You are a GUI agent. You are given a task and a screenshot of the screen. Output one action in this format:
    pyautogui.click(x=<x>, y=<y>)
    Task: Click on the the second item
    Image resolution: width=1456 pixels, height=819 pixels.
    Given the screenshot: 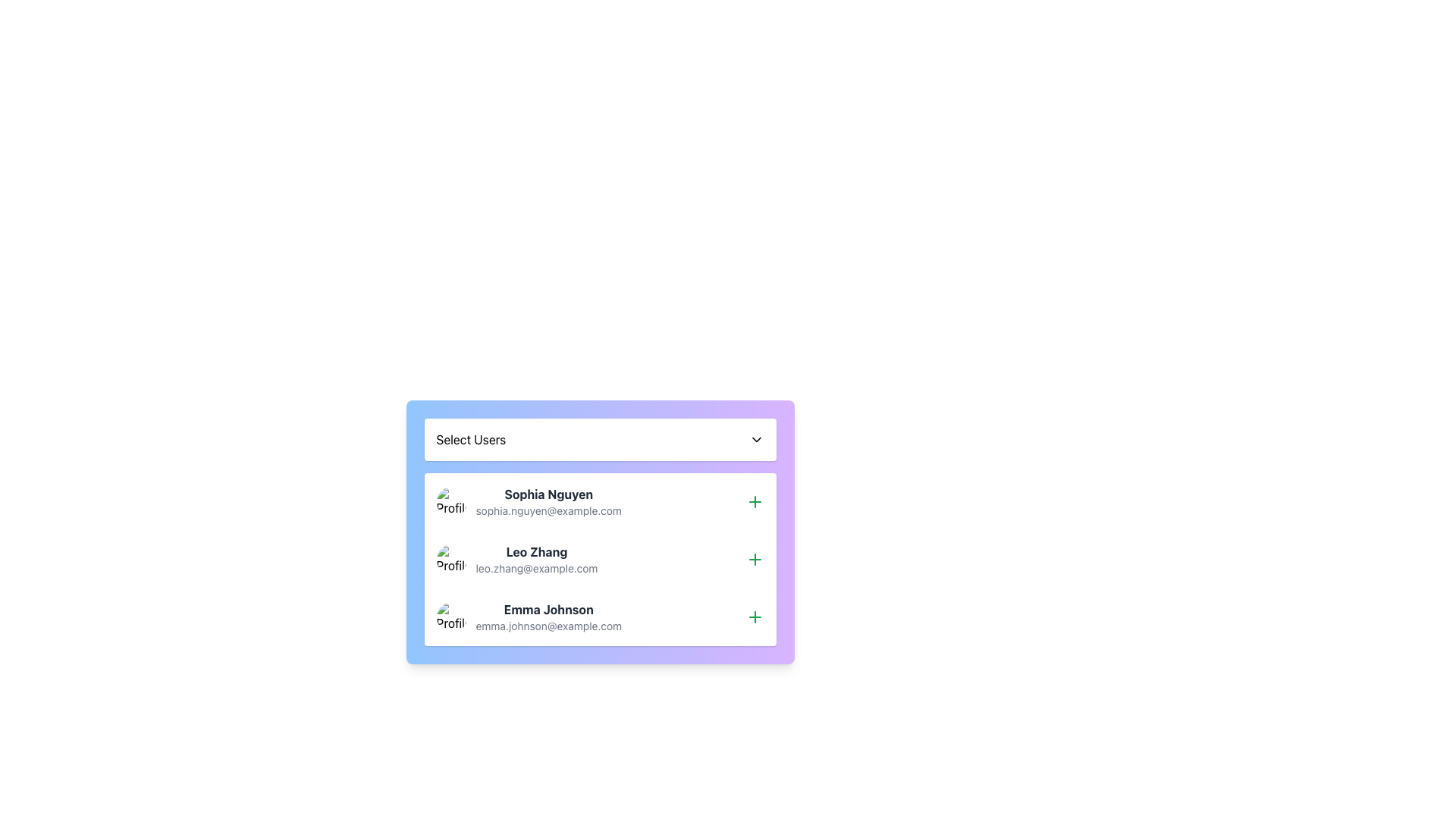 What is the action you would take?
    pyautogui.click(x=516, y=559)
    